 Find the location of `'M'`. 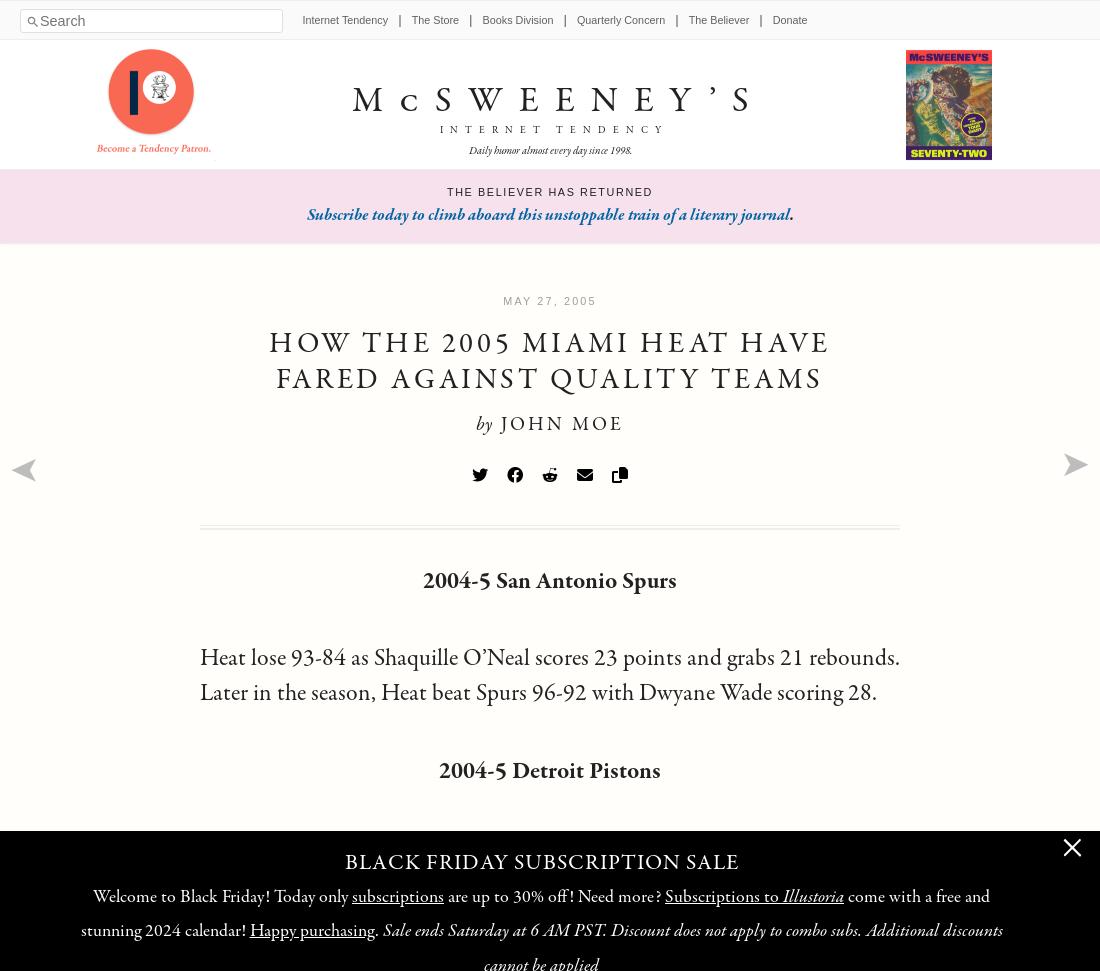

'M' is located at coordinates (374, 100).